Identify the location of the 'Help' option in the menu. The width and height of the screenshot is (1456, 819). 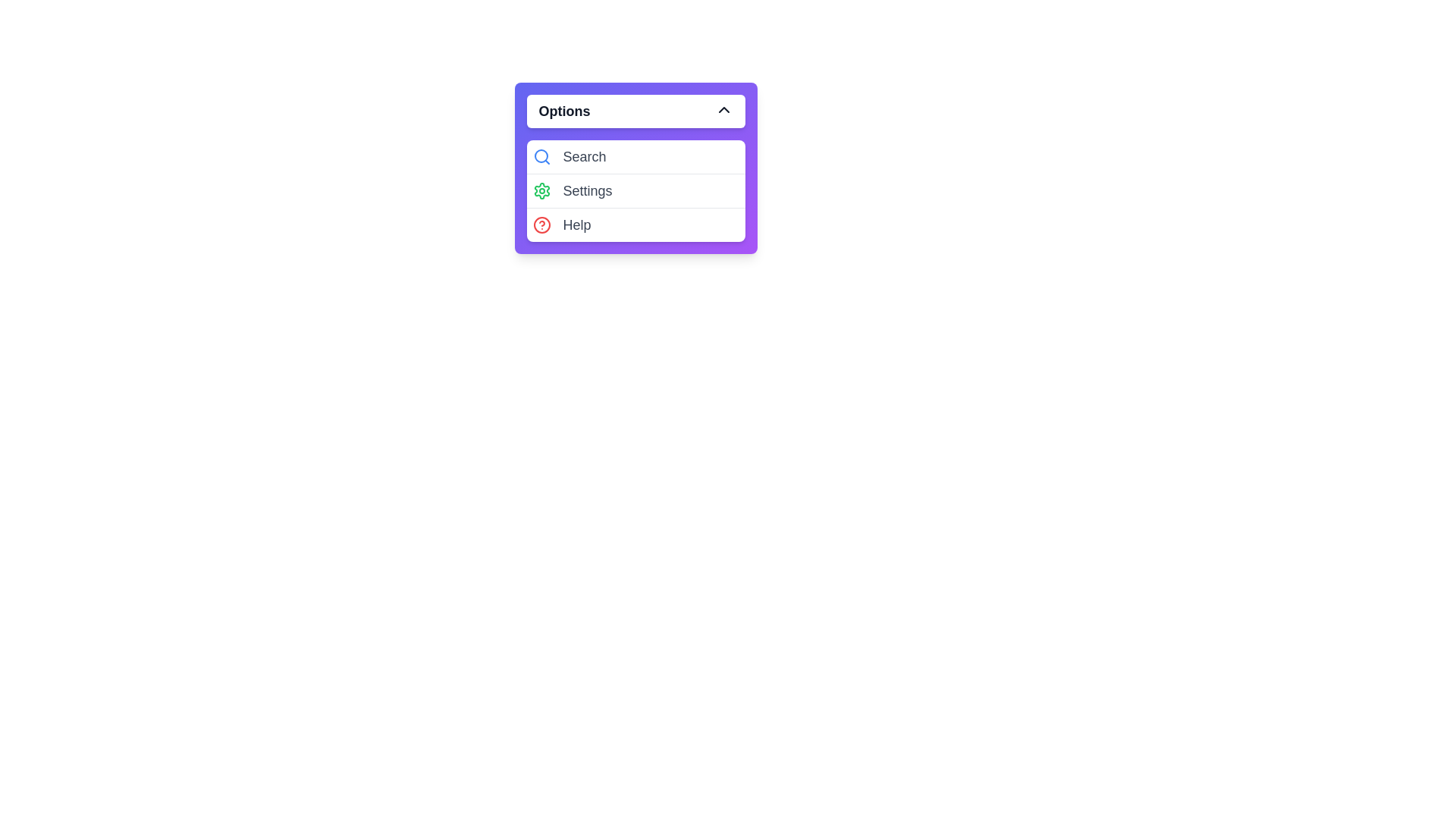
(635, 224).